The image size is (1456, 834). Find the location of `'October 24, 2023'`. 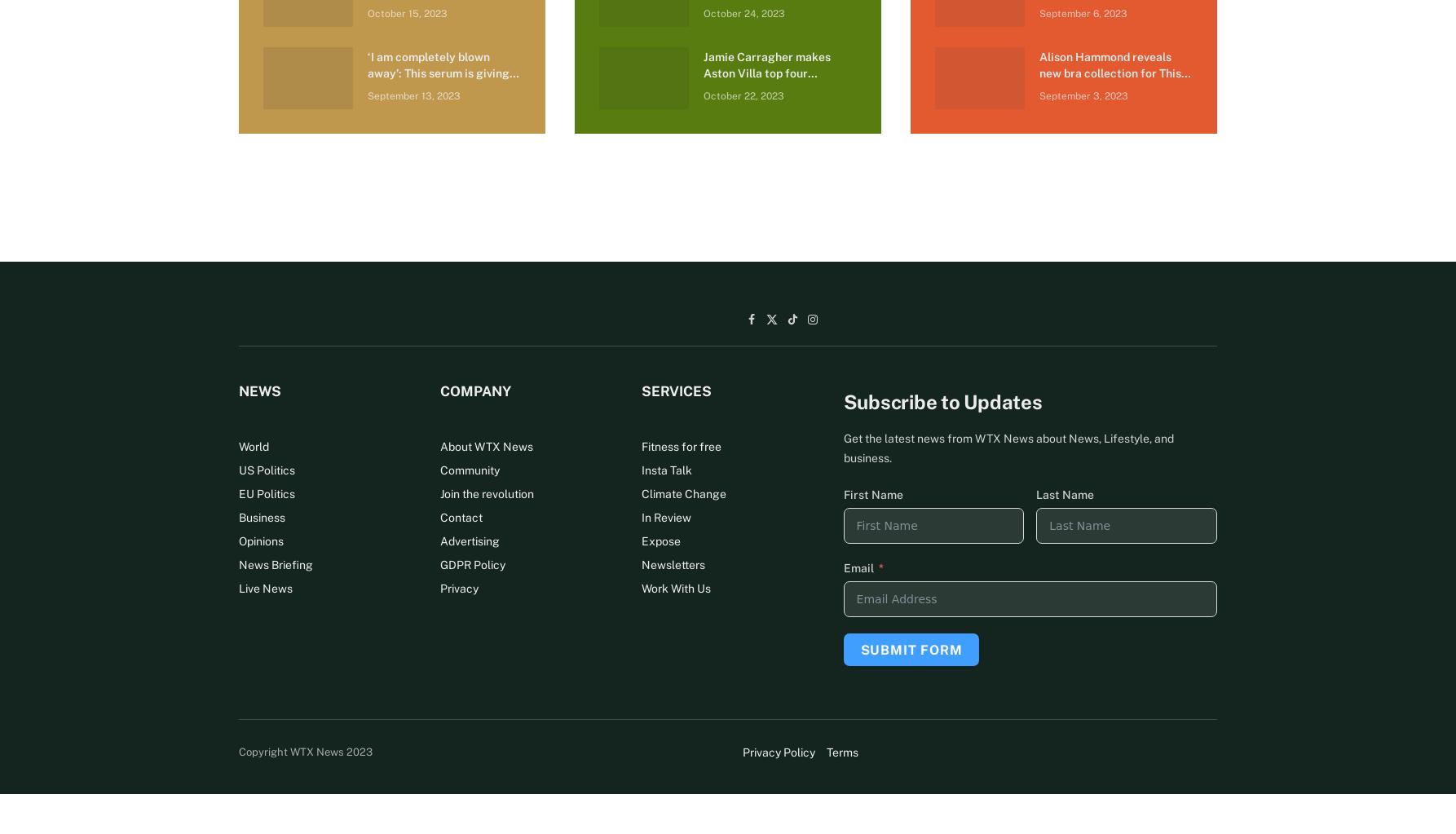

'October 24, 2023' is located at coordinates (743, 13).